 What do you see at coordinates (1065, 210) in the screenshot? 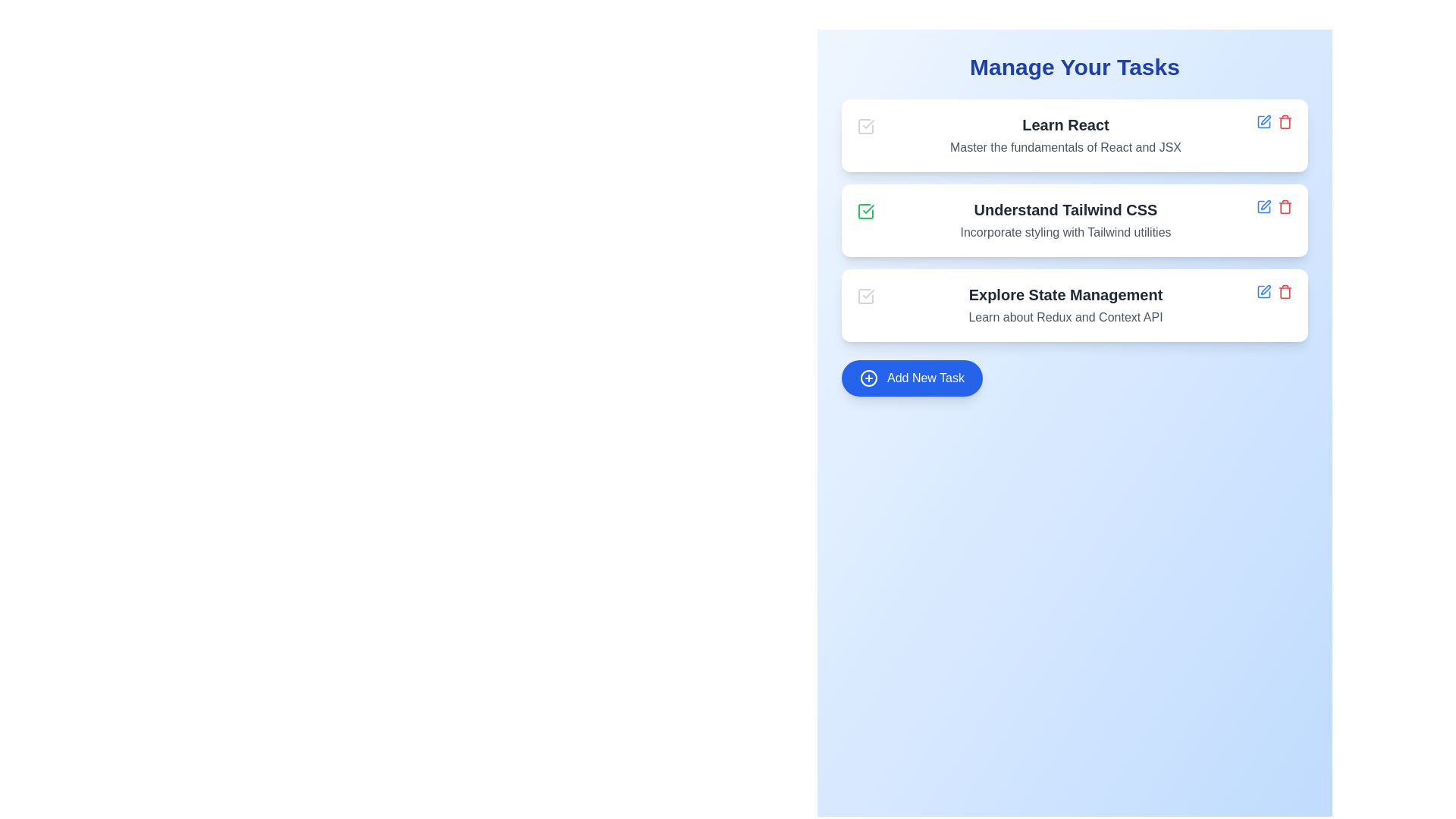
I see `the text label 'Understand Tailwind CSS' which is styled in bold, large font and located at the top of the second task card in a vertical list` at bounding box center [1065, 210].